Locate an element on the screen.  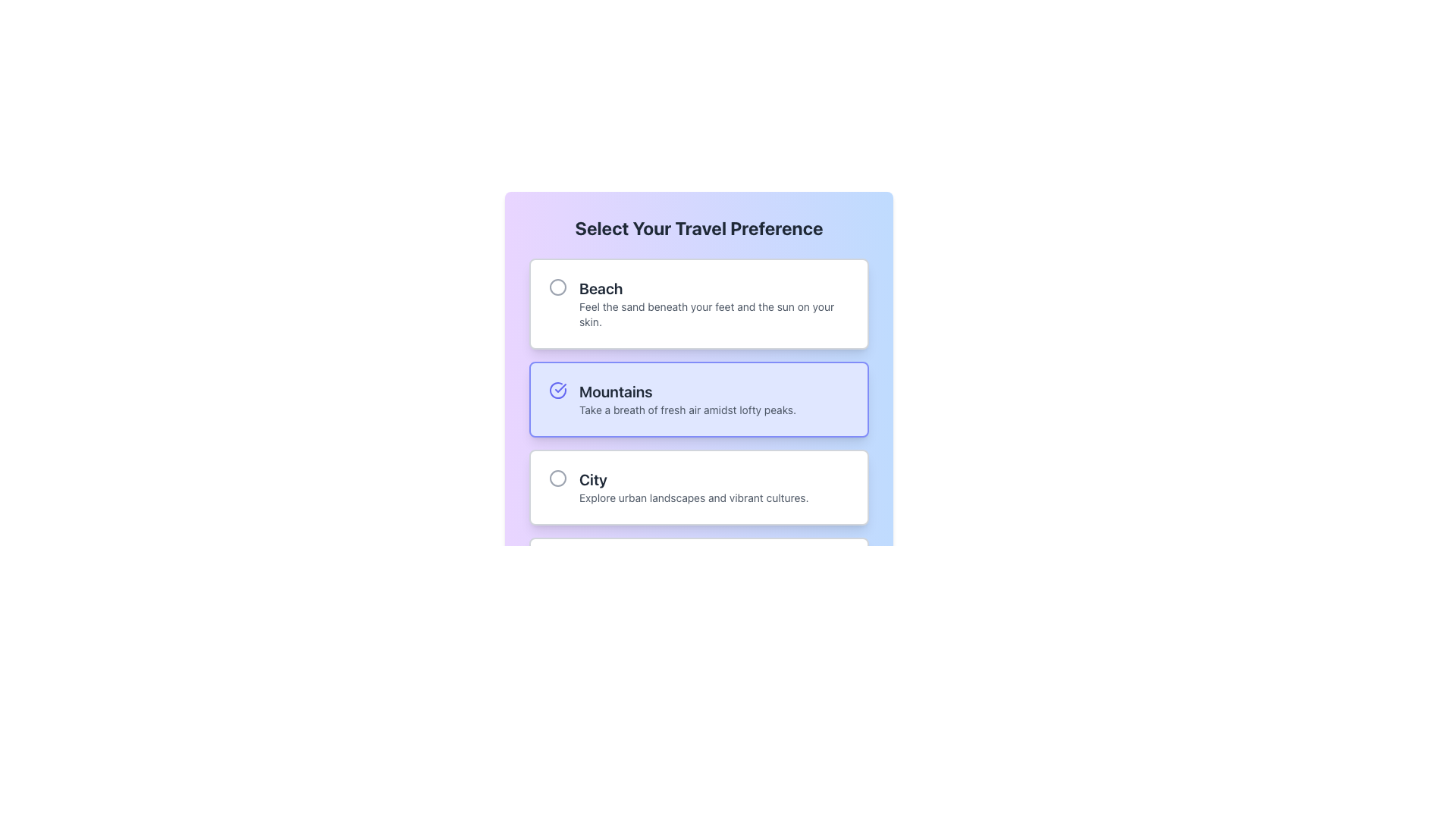
the circular segment of the SVG graphic that is part of the checkmark icon, which is styled with a smooth stroke line and filled with a uniform color is located at coordinates (557, 390).